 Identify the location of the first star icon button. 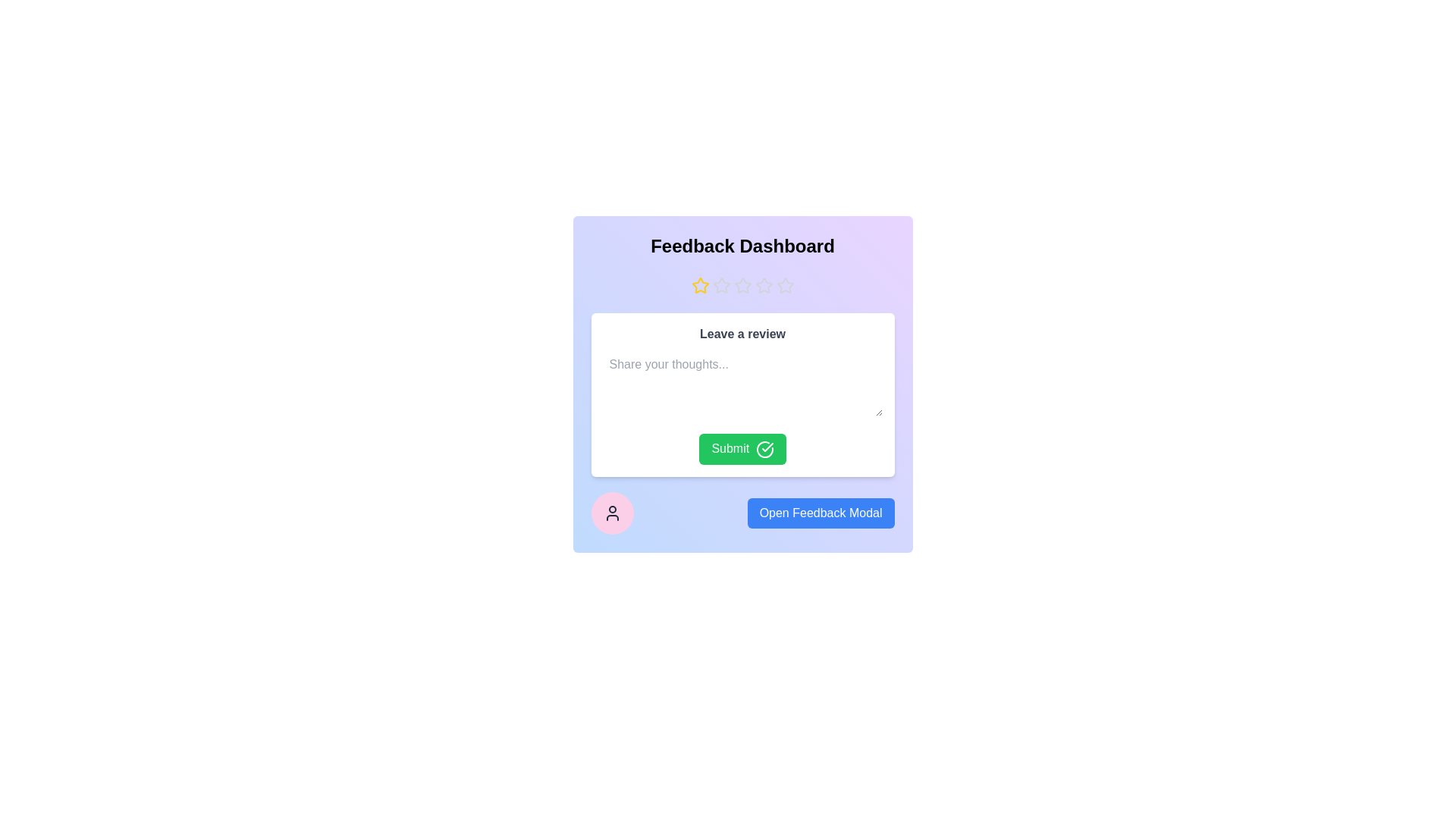
(699, 286).